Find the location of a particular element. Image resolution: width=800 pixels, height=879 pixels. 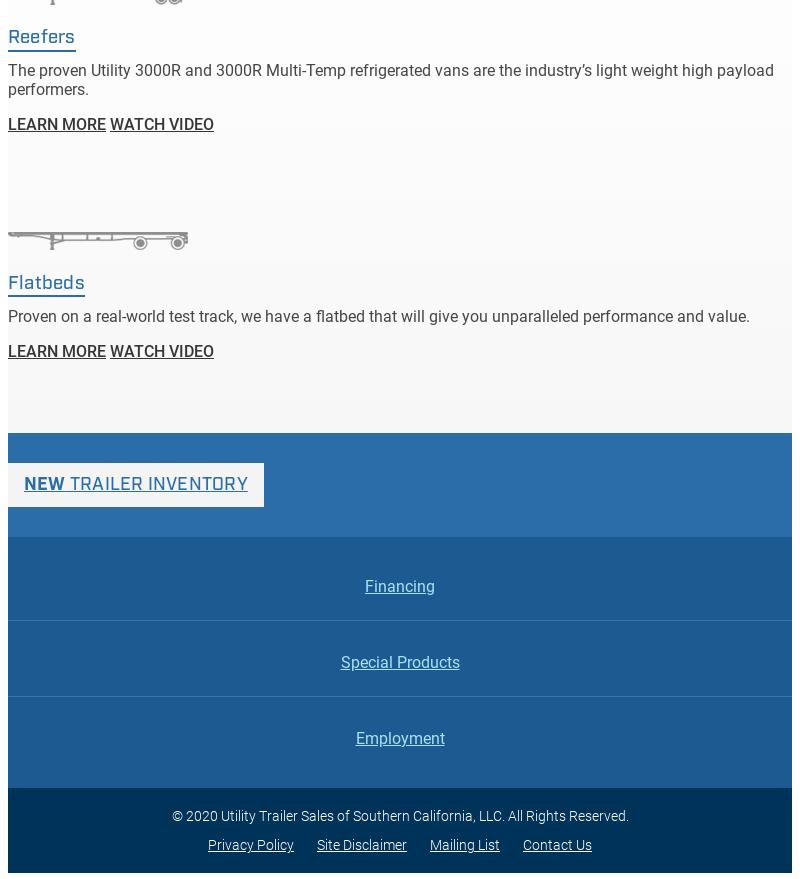

'Reefers' is located at coordinates (40, 36).